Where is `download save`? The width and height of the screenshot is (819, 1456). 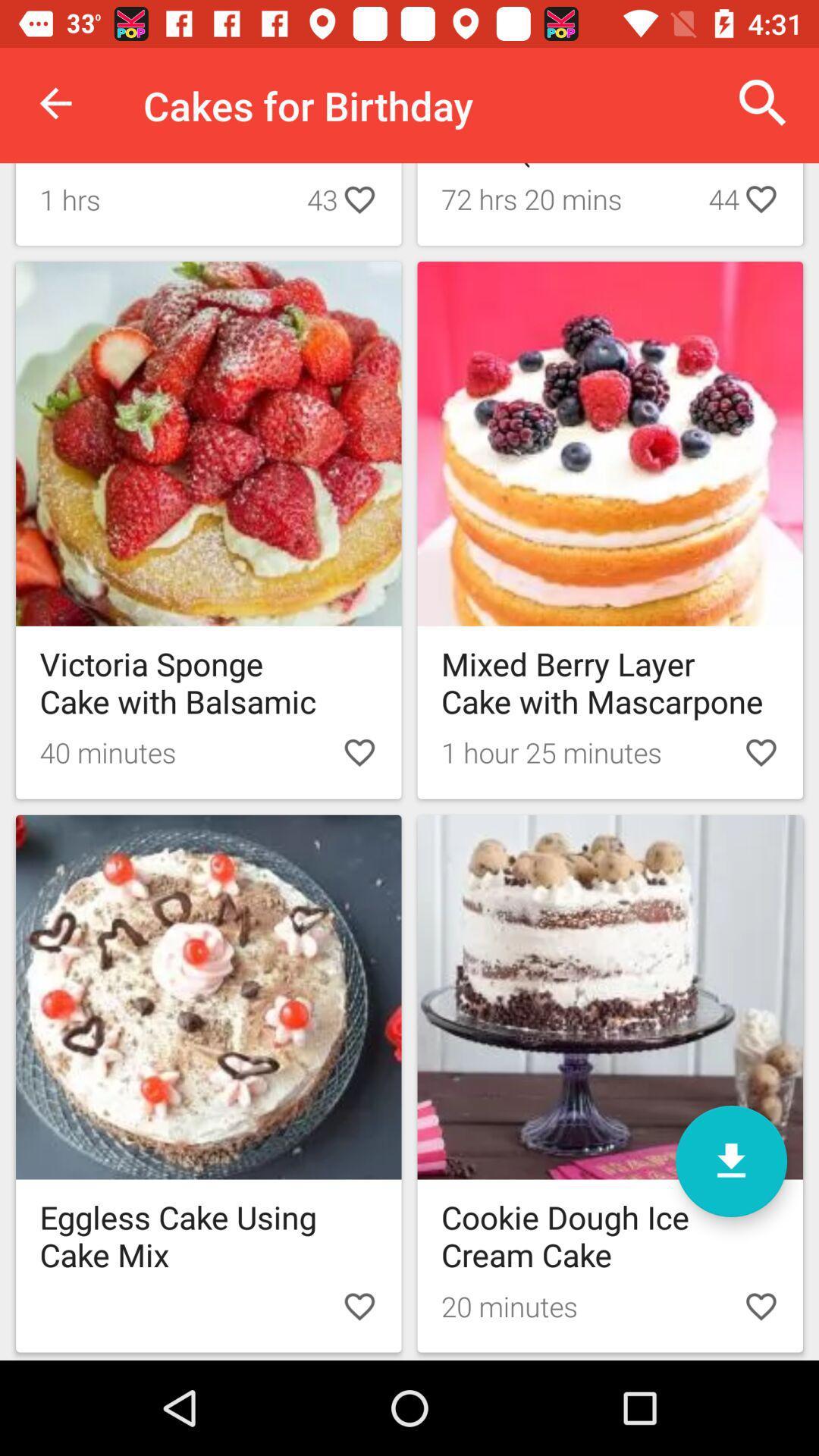
download save is located at coordinates (730, 1160).